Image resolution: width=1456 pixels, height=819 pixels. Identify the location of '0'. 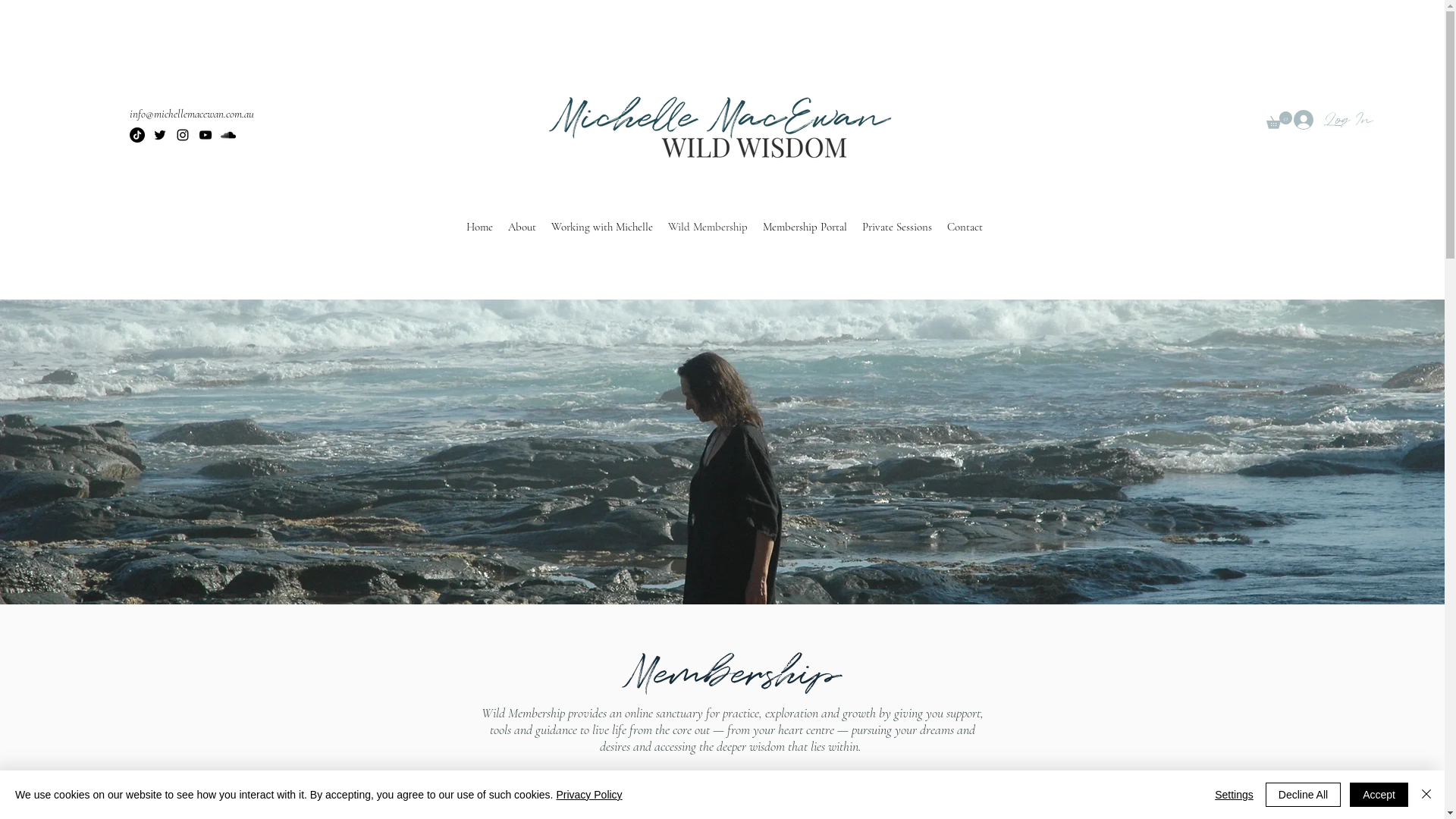
(1278, 119).